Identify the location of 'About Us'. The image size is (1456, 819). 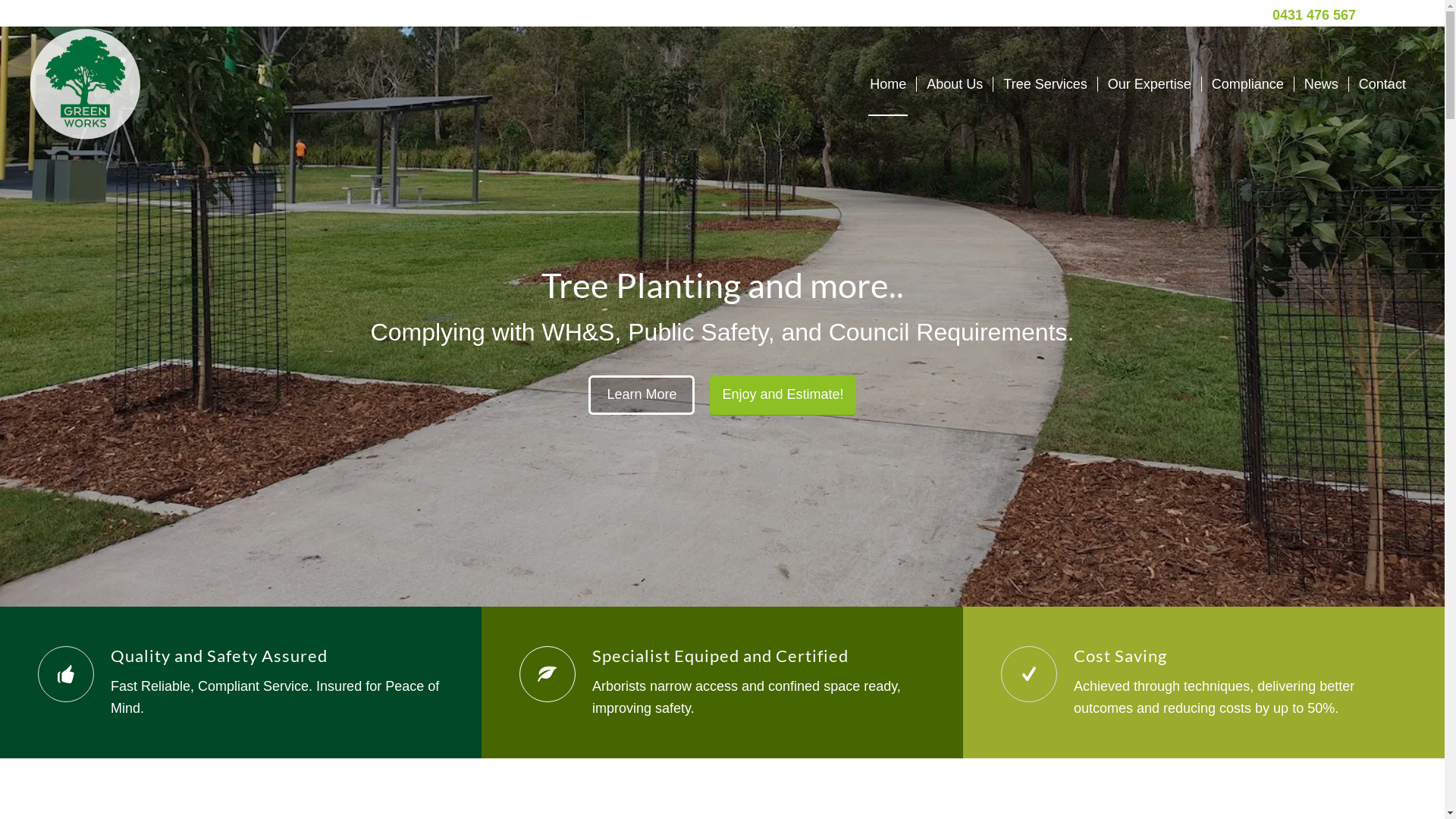
(953, 84).